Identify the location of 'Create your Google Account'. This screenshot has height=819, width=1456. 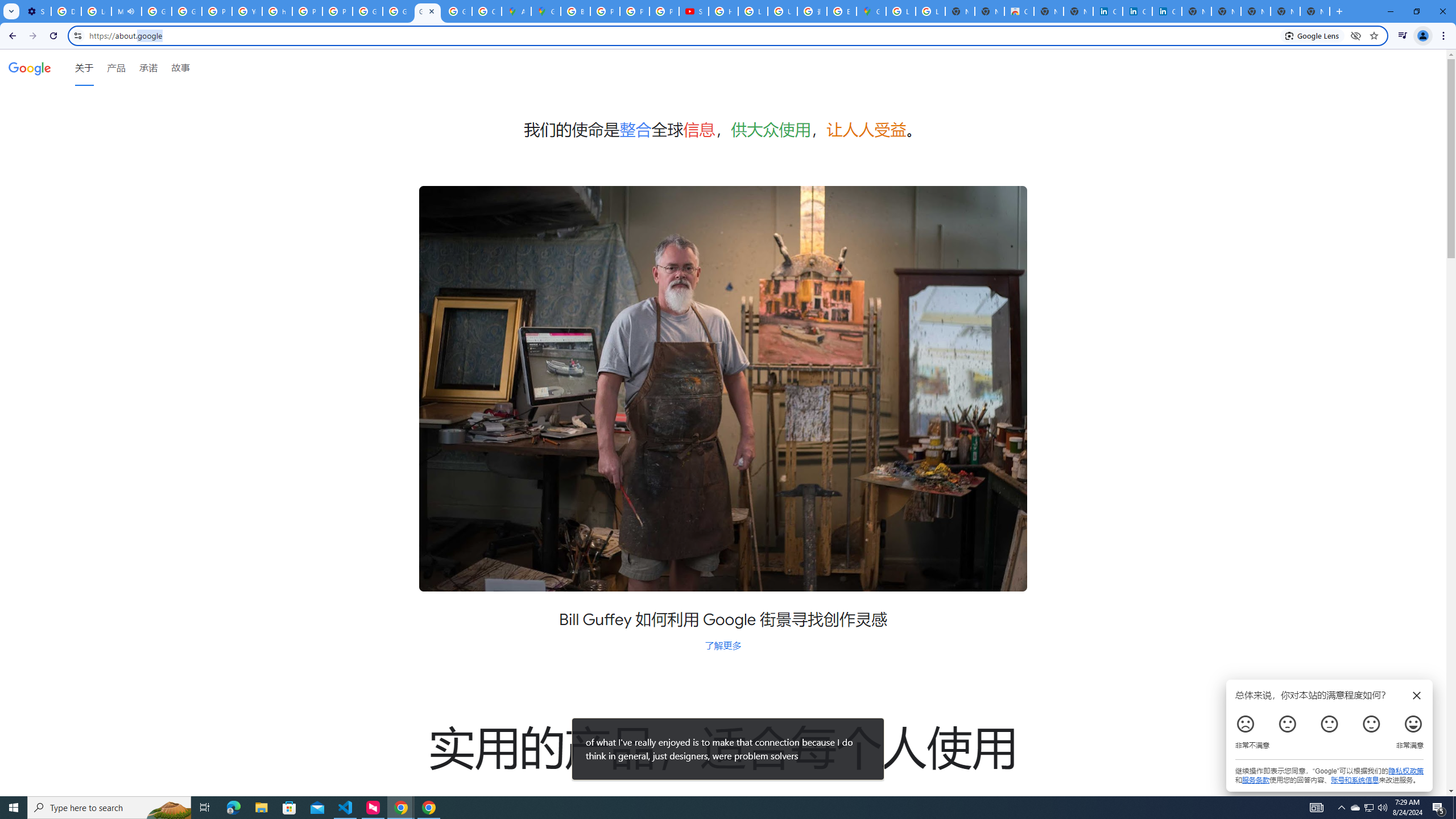
(487, 11).